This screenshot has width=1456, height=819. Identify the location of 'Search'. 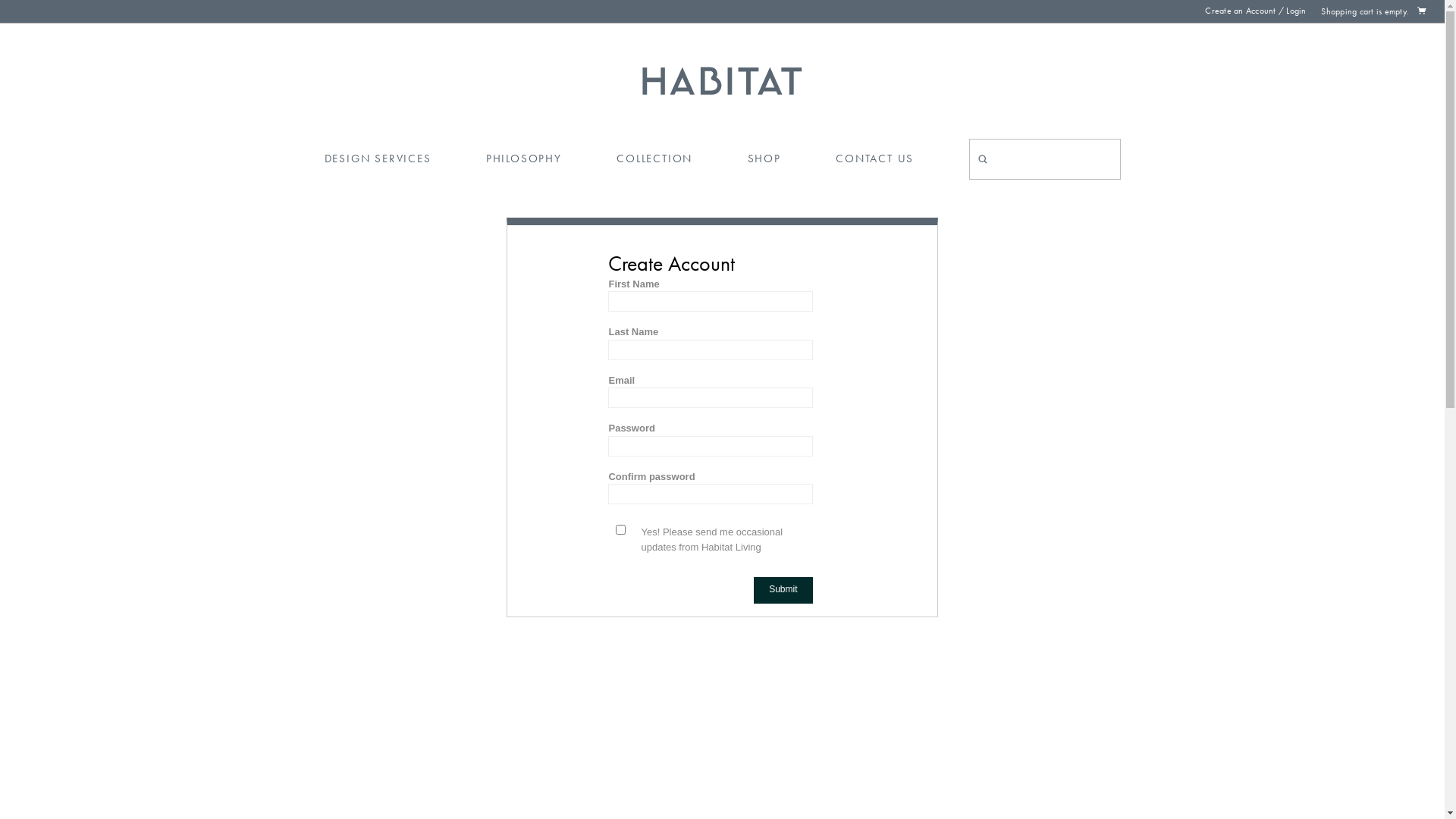
(1119, 138).